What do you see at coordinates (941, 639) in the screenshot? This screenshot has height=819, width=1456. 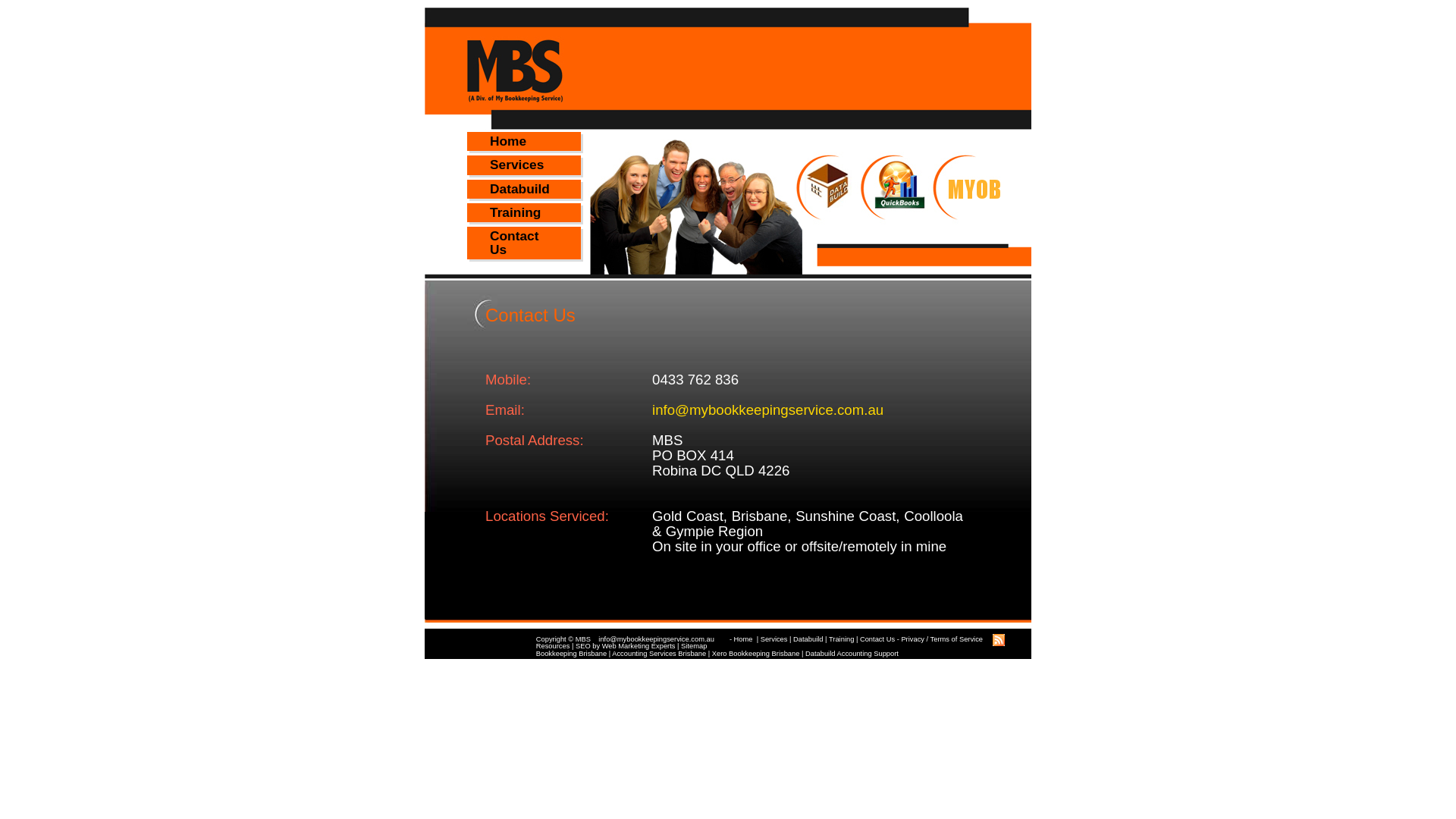 I see `'Privacy / Terms of Service'` at bounding box center [941, 639].